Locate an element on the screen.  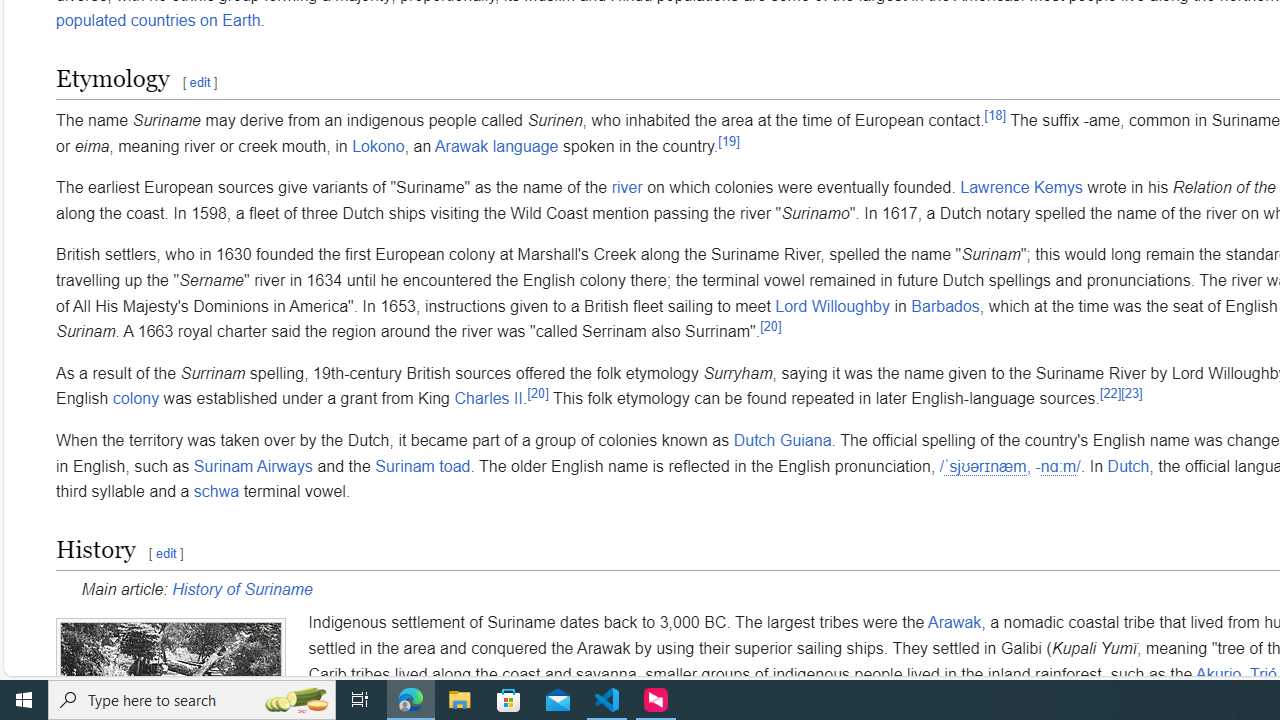
'History of Suriname' is located at coordinates (241, 588).